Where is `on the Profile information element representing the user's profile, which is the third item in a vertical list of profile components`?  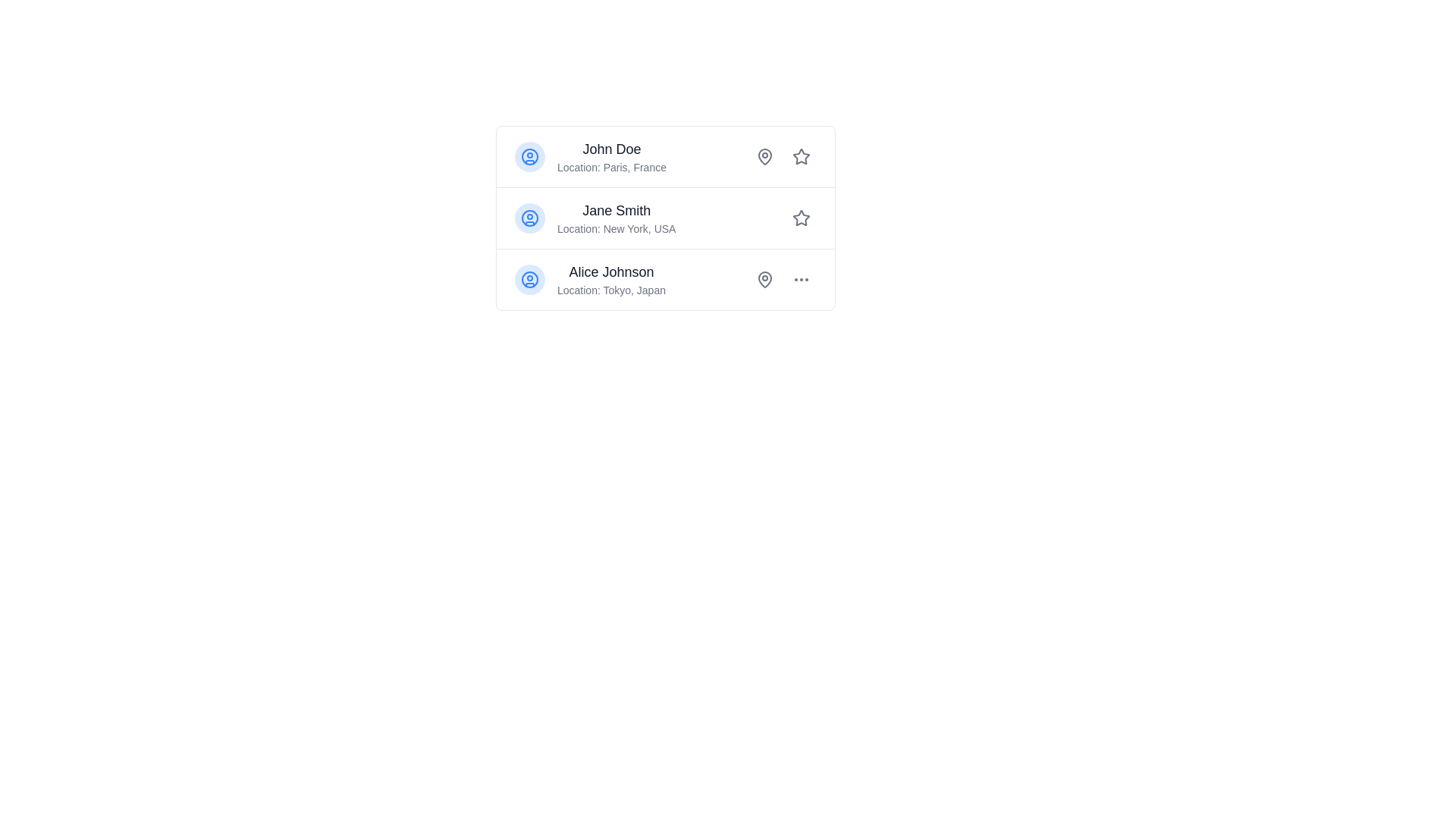
on the Profile information element representing the user's profile, which is the third item in a vertical list of profile components is located at coordinates (589, 280).